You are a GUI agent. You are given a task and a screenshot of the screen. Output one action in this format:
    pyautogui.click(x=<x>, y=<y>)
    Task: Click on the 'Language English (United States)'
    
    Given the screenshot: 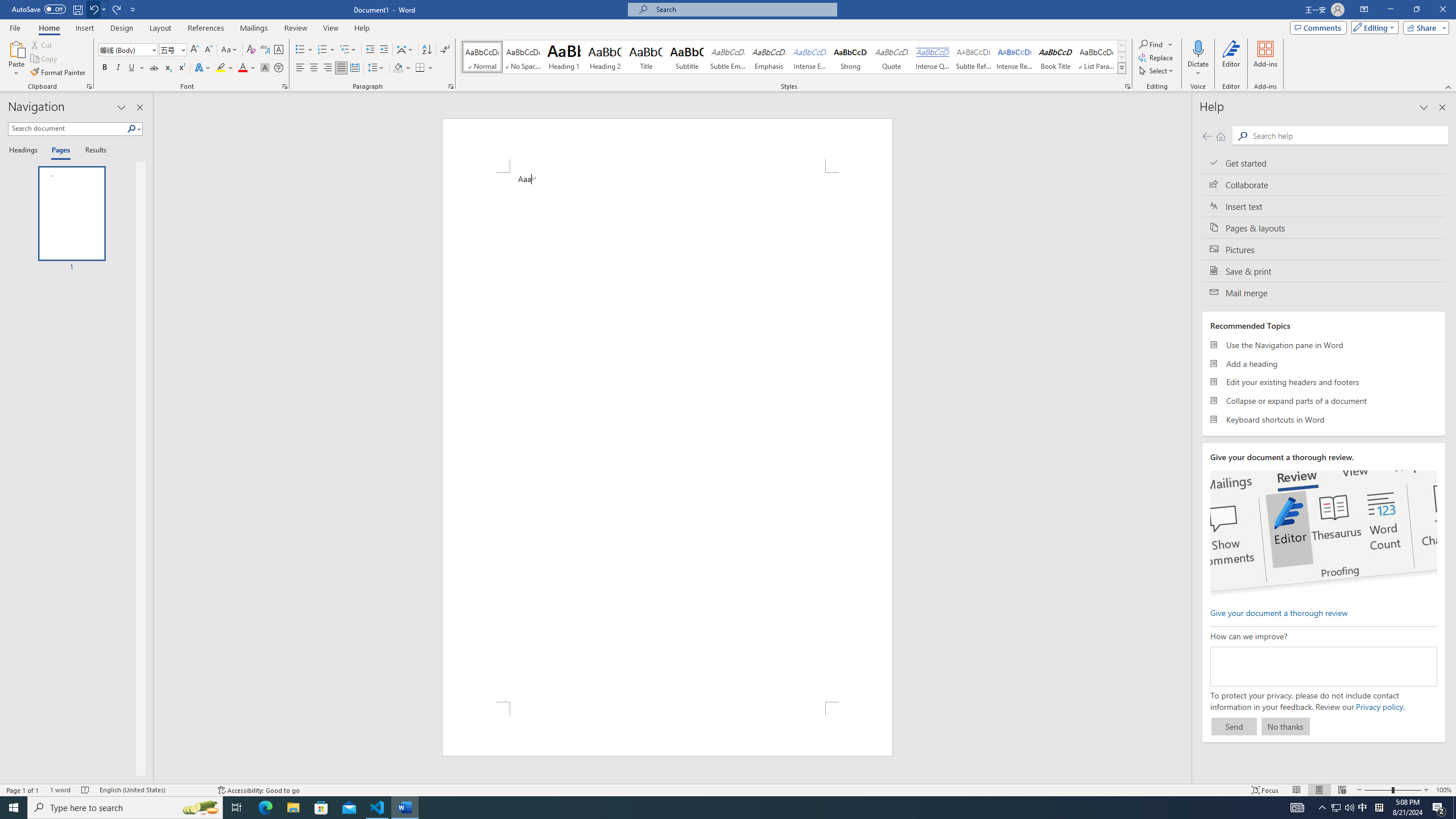 What is the action you would take?
    pyautogui.click(x=152, y=790)
    